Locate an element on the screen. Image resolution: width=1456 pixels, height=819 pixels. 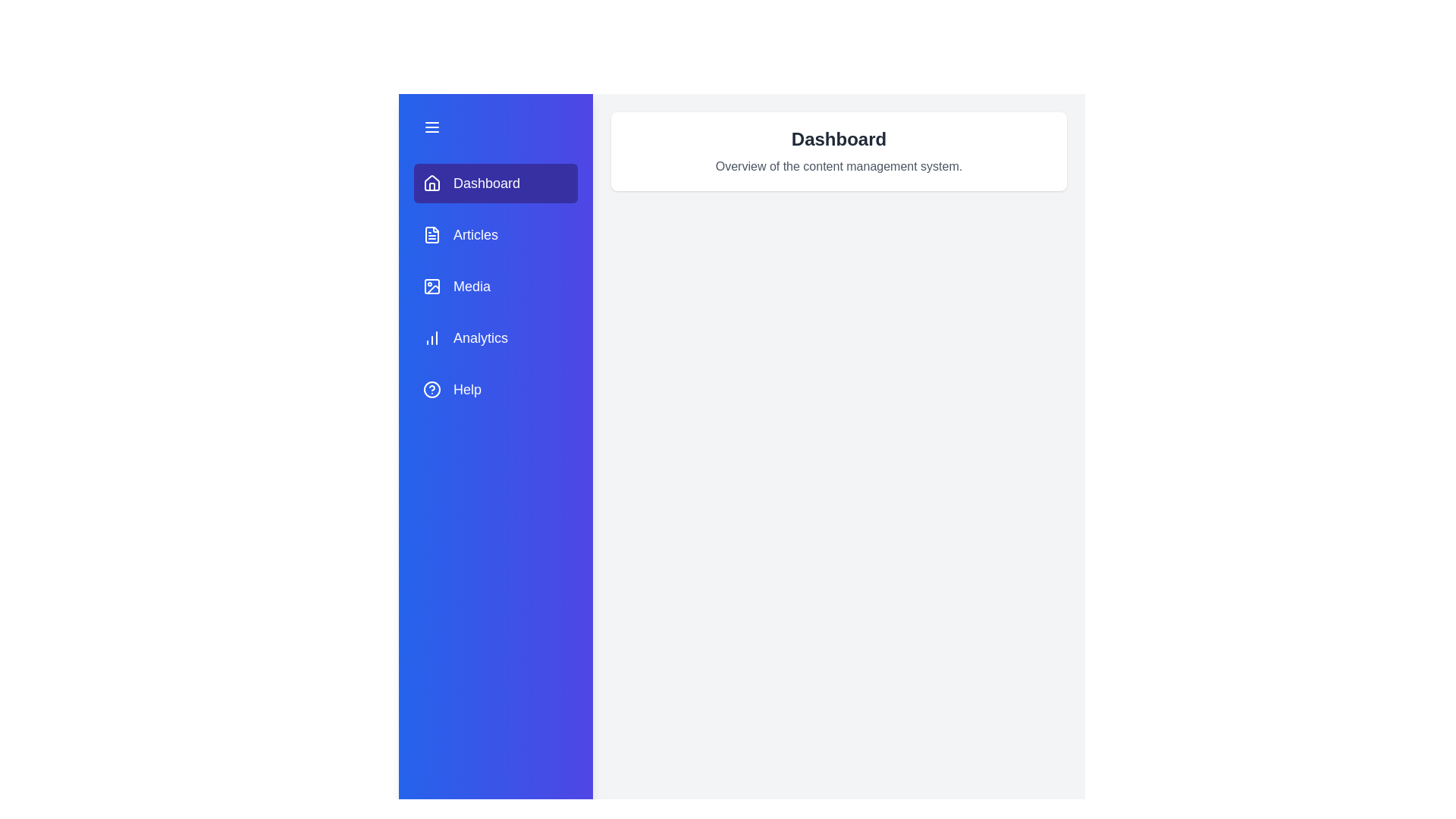
the tab labeled Media to highlight it is located at coordinates (495, 287).